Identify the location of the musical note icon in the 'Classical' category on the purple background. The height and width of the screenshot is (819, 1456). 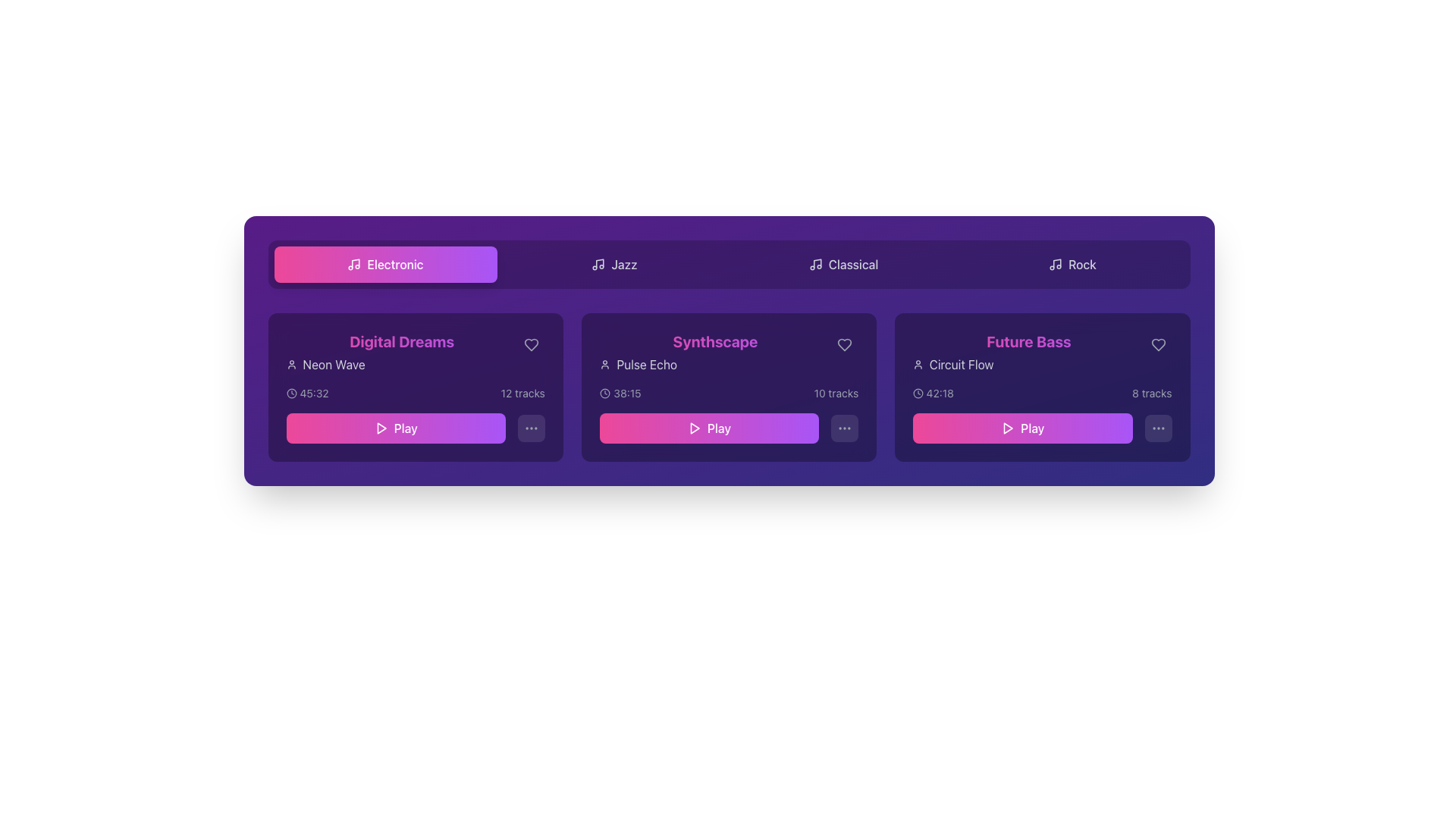
(814, 263).